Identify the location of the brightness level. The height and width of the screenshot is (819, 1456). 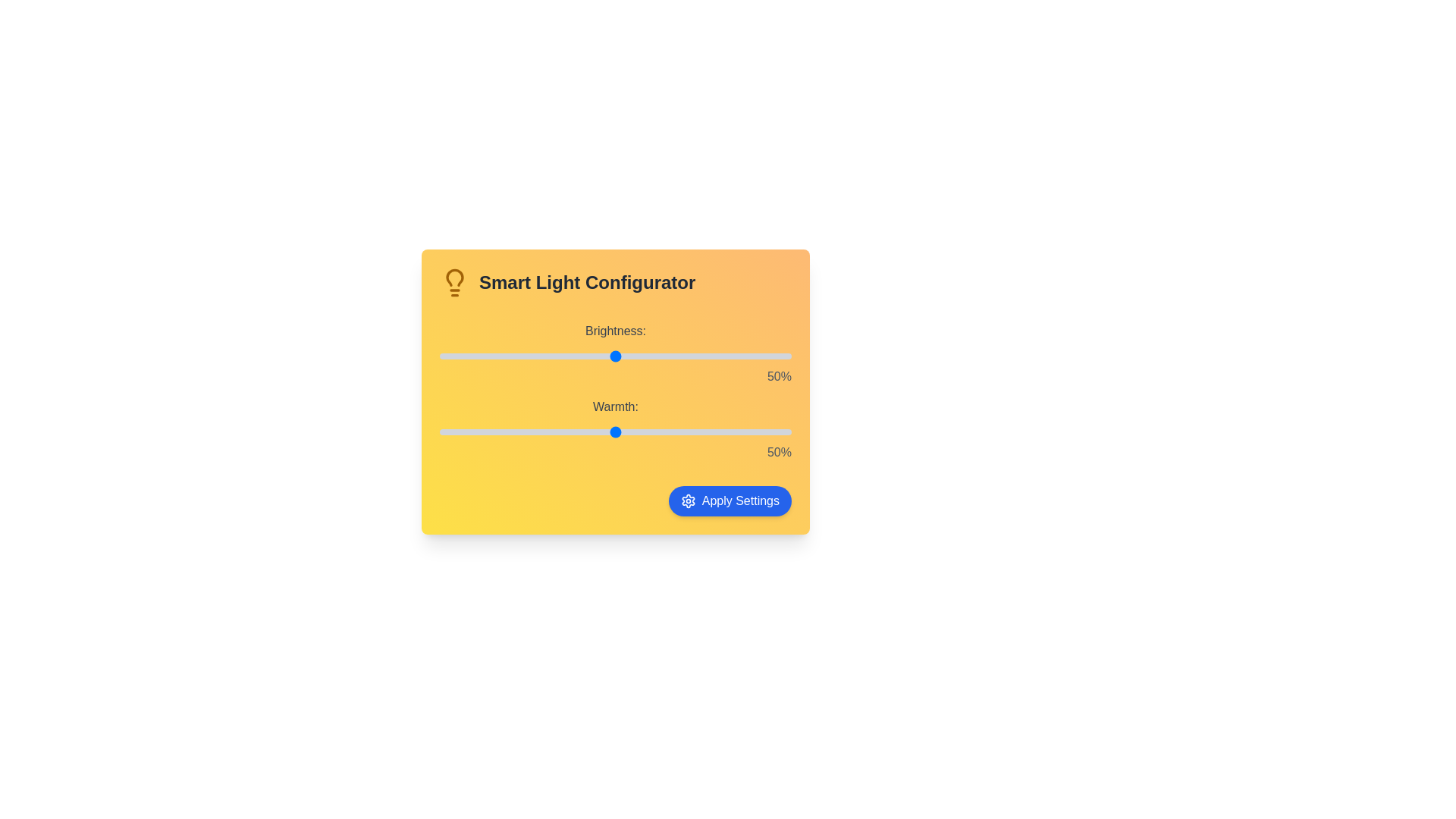
(770, 356).